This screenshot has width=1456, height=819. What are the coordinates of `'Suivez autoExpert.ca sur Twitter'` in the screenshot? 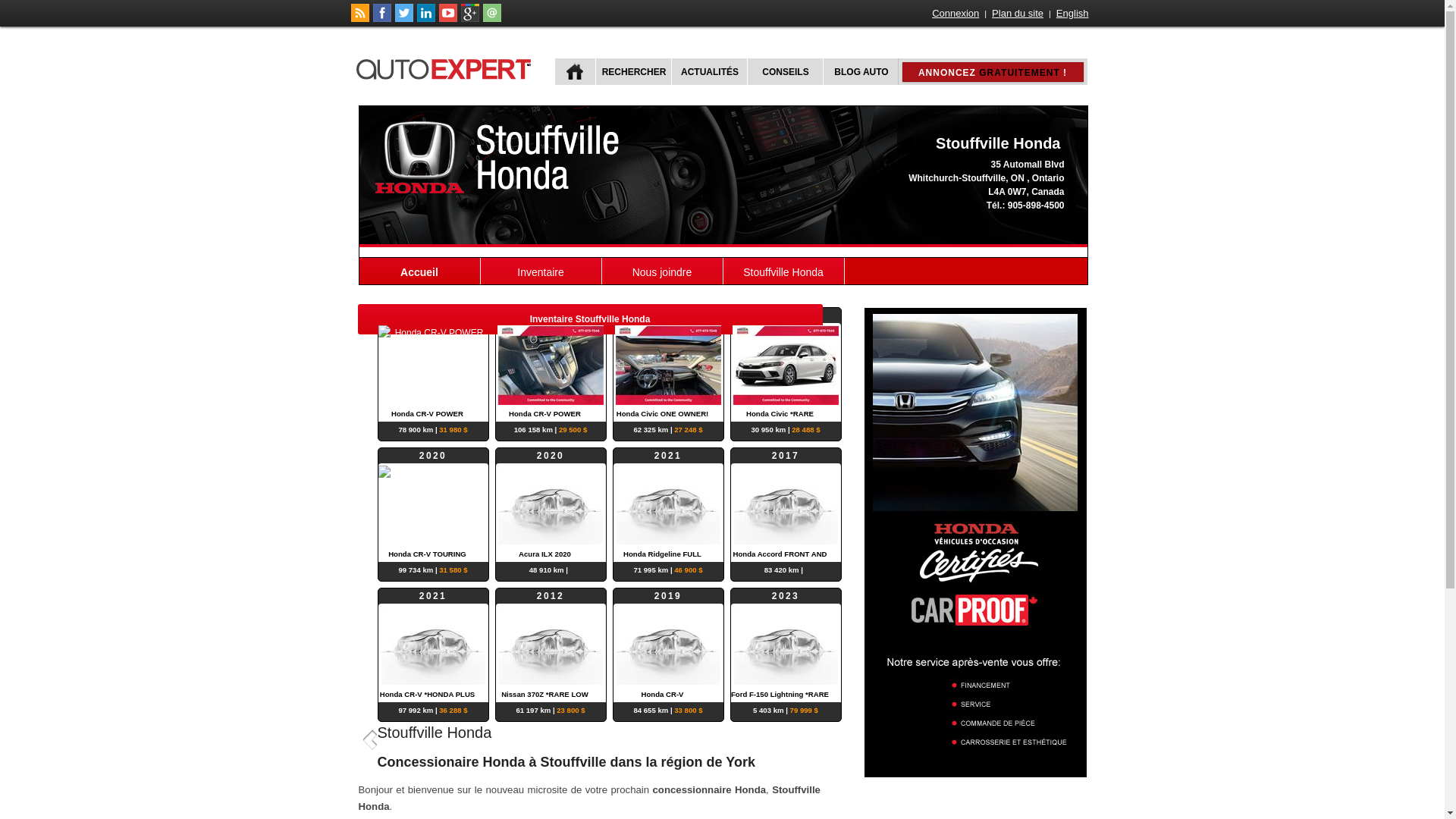 It's located at (403, 18).